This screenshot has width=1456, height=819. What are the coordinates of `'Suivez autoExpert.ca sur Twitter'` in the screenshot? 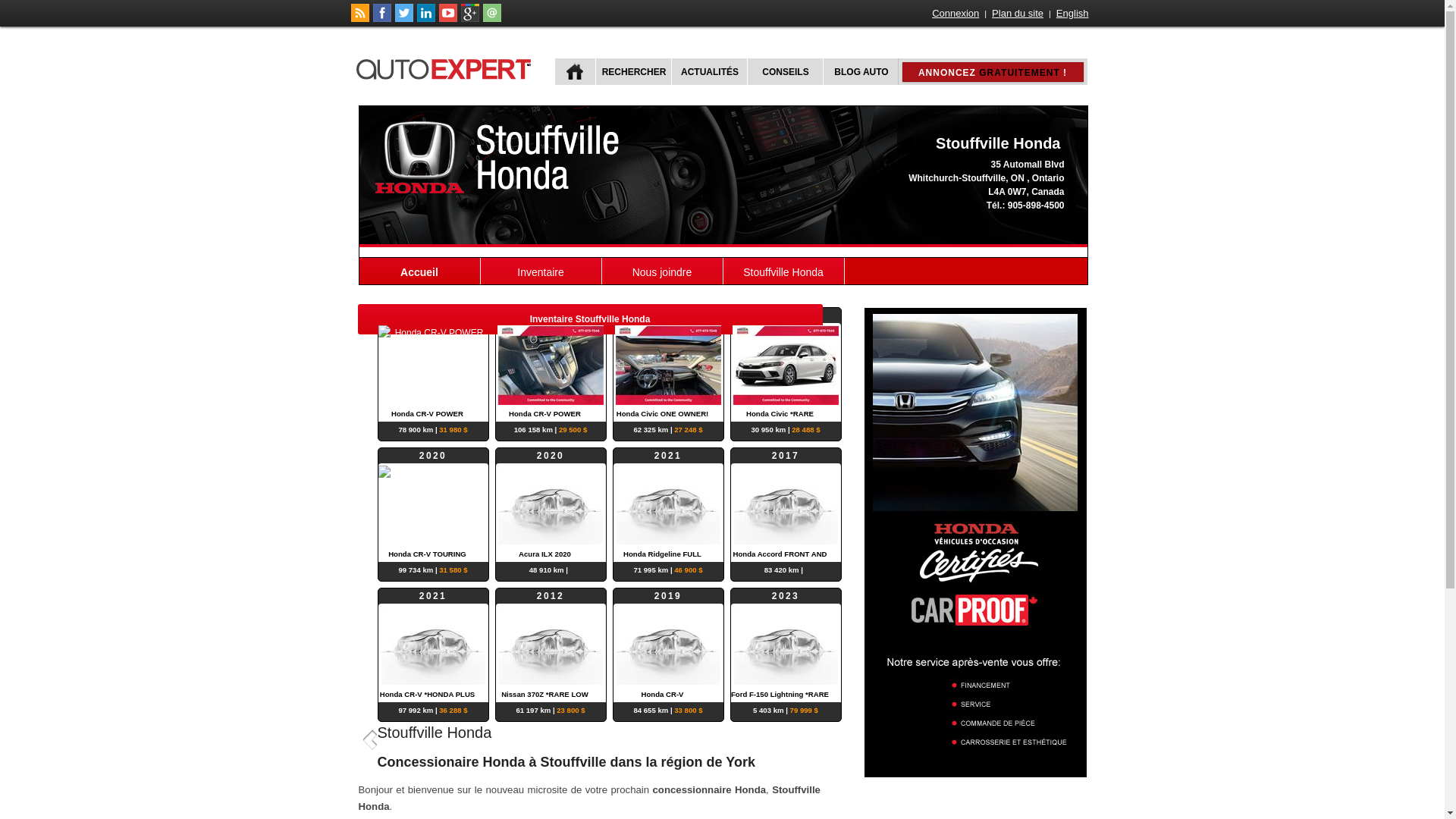 It's located at (403, 18).